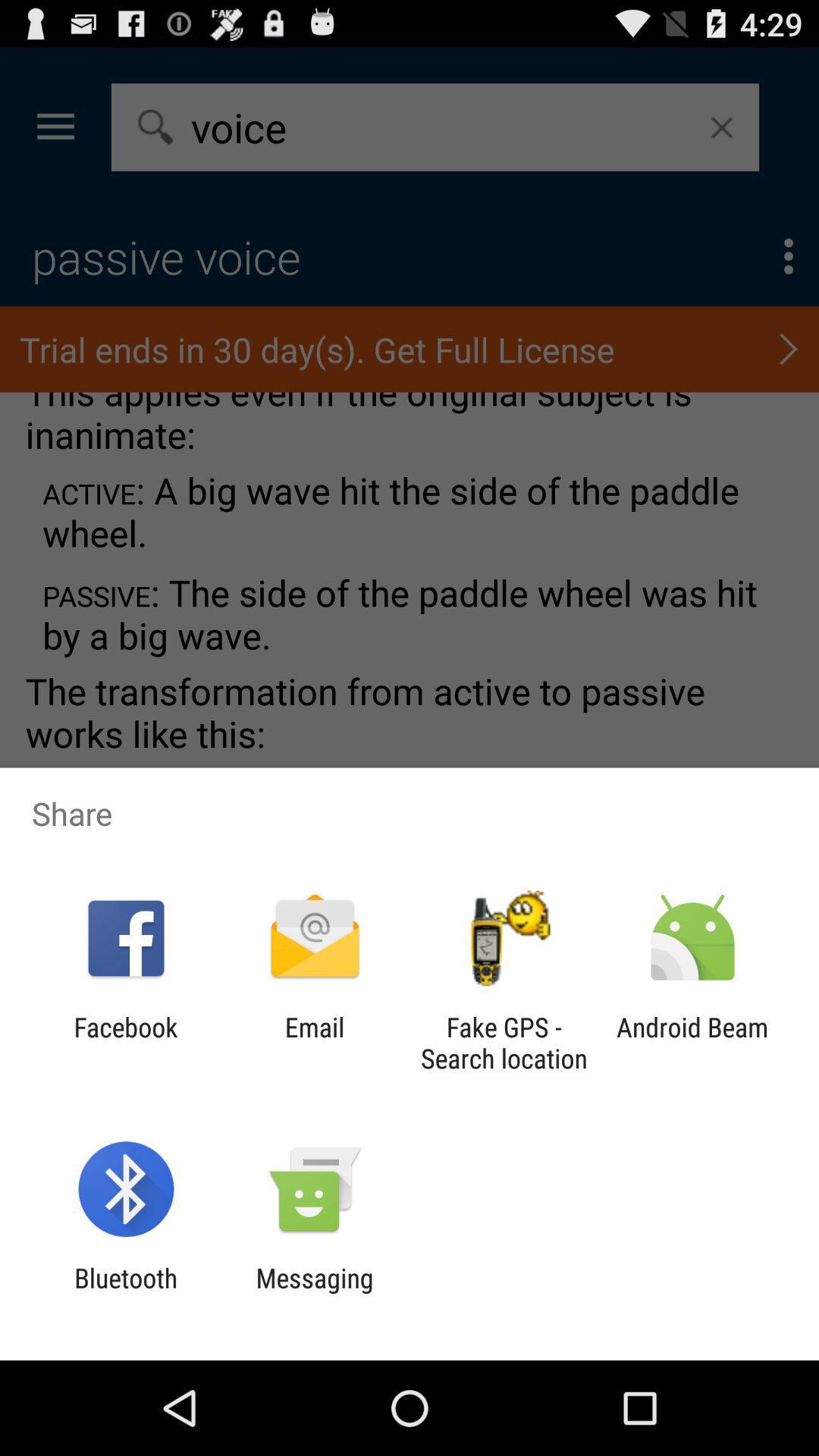  I want to click on app to the left of android beam, so click(504, 1042).